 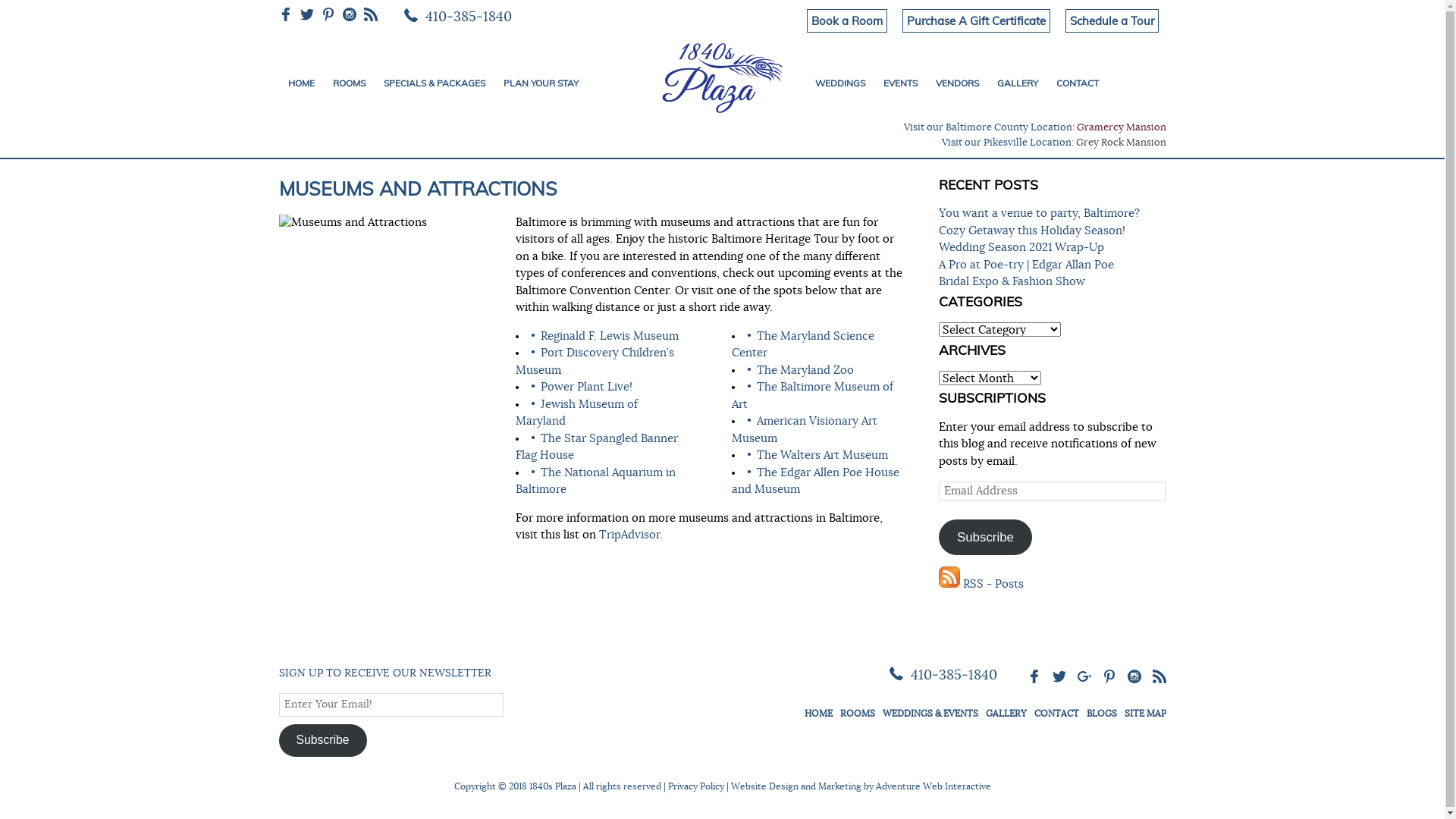 I want to click on 'The Maryland Science Center', so click(x=731, y=345).